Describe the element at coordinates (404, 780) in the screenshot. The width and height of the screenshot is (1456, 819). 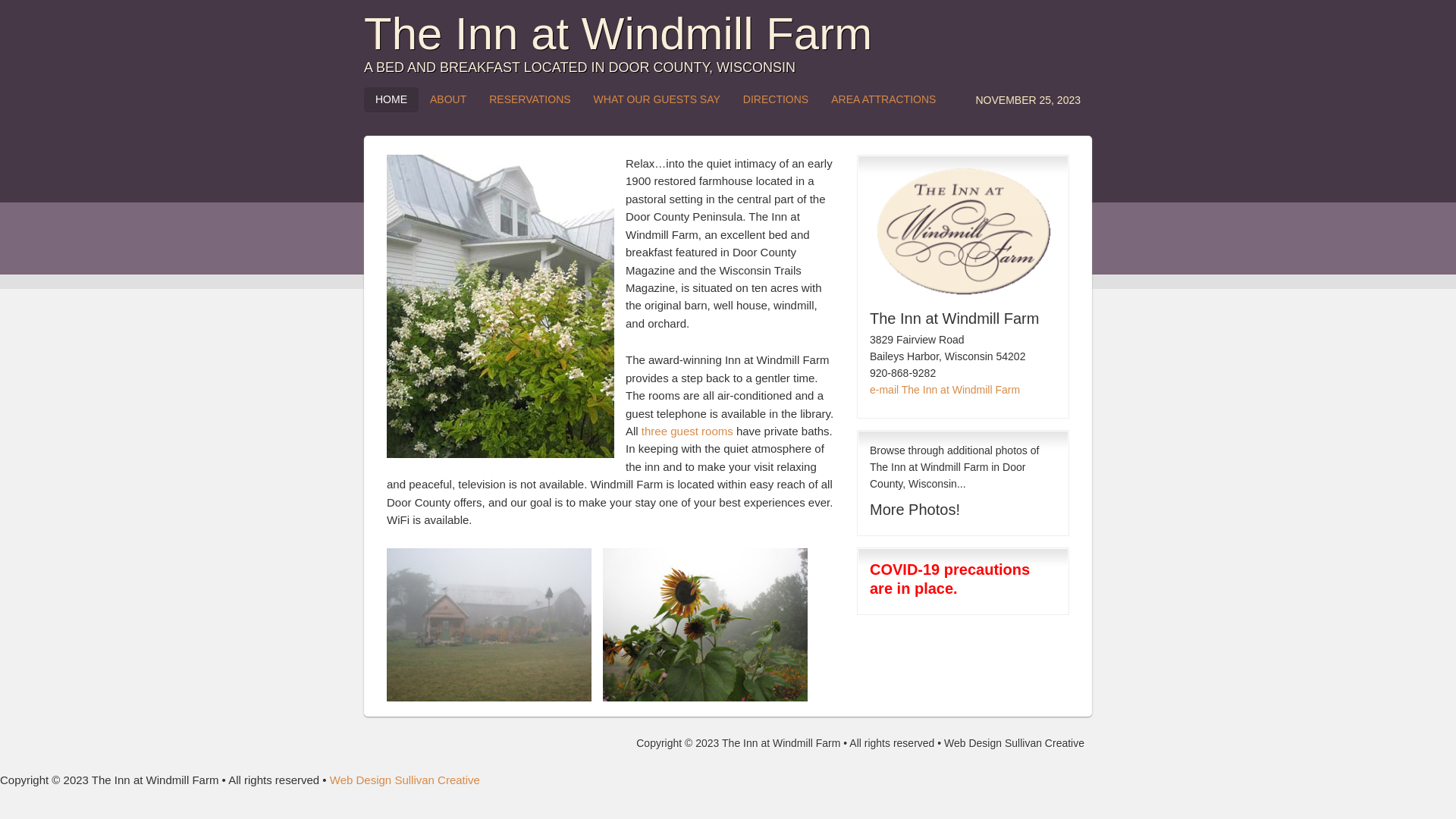
I see `'Web Design Sullivan Creative'` at that location.